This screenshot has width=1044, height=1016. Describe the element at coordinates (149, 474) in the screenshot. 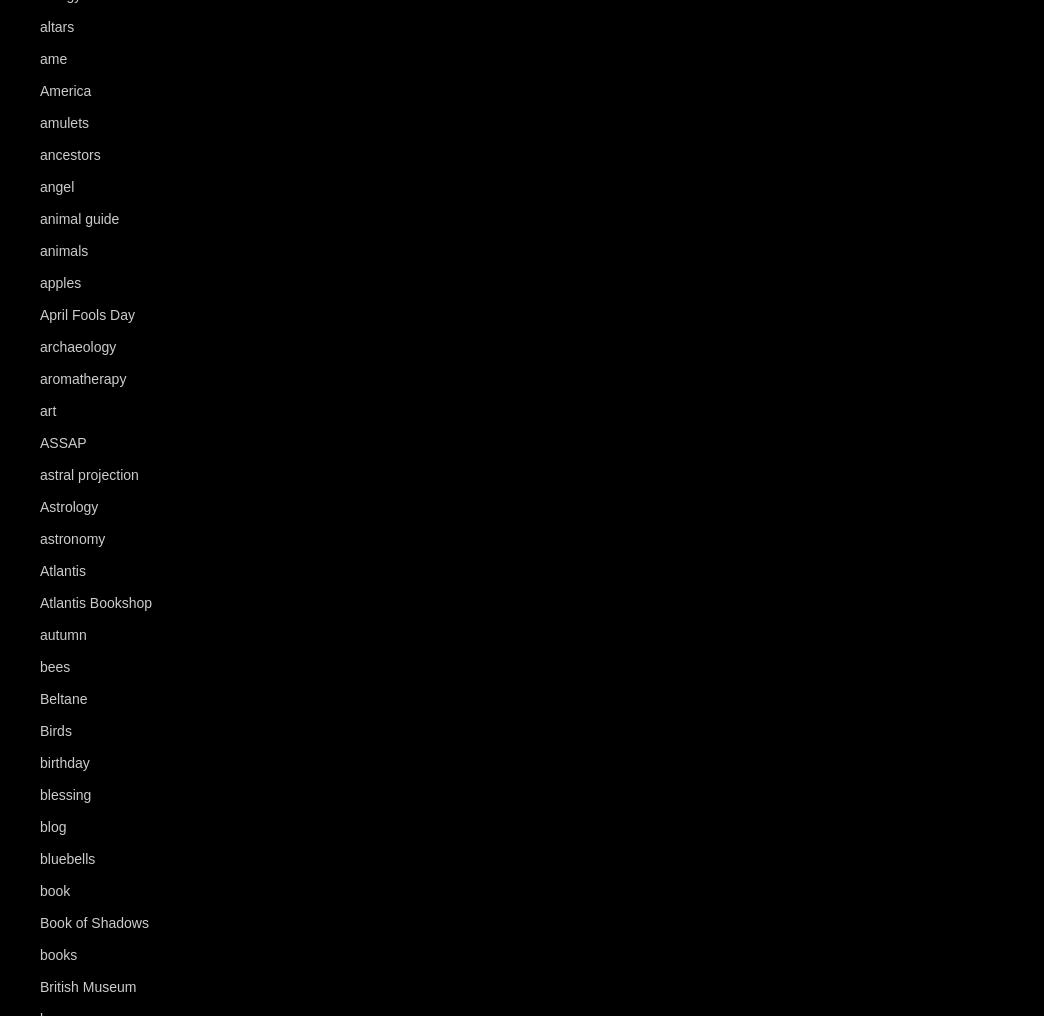

I see `'(4)'` at that location.